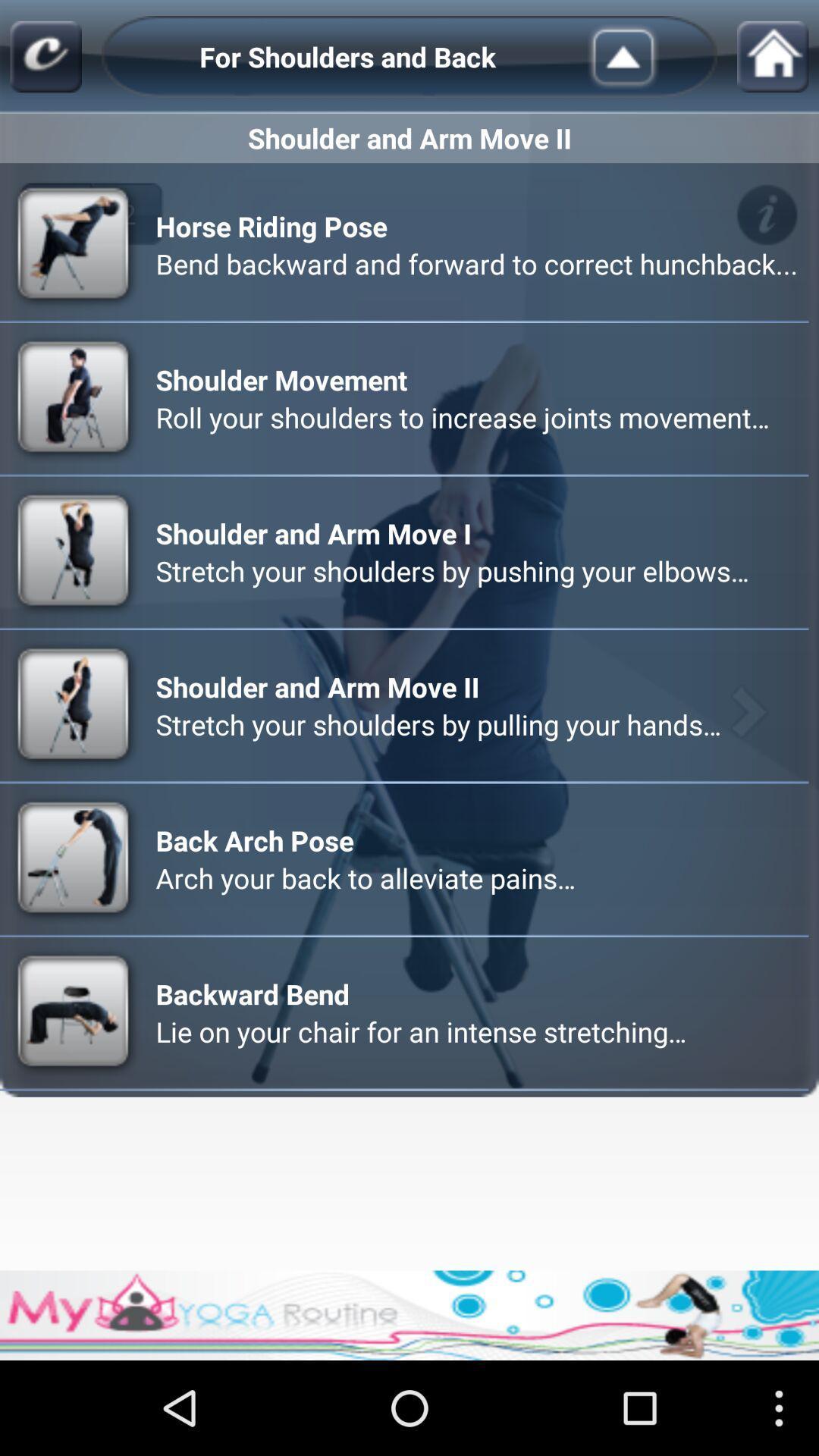  I want to click on the image beside text backward bend, so click(75, 1012).